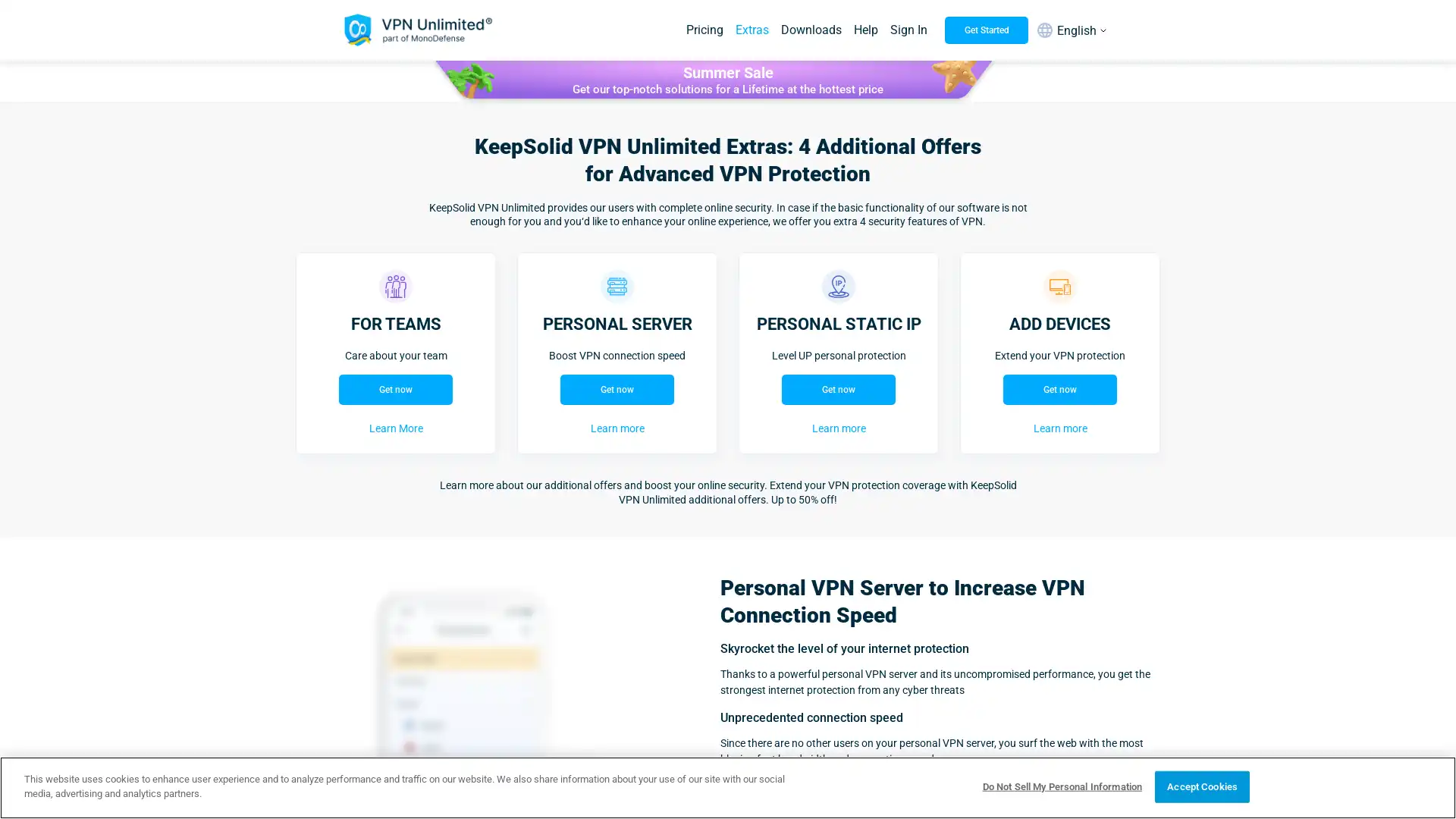 Image resolution: width=1456 pixels, height=819 pixels. I want to click on Accept Cookies, so click(1201, 786).